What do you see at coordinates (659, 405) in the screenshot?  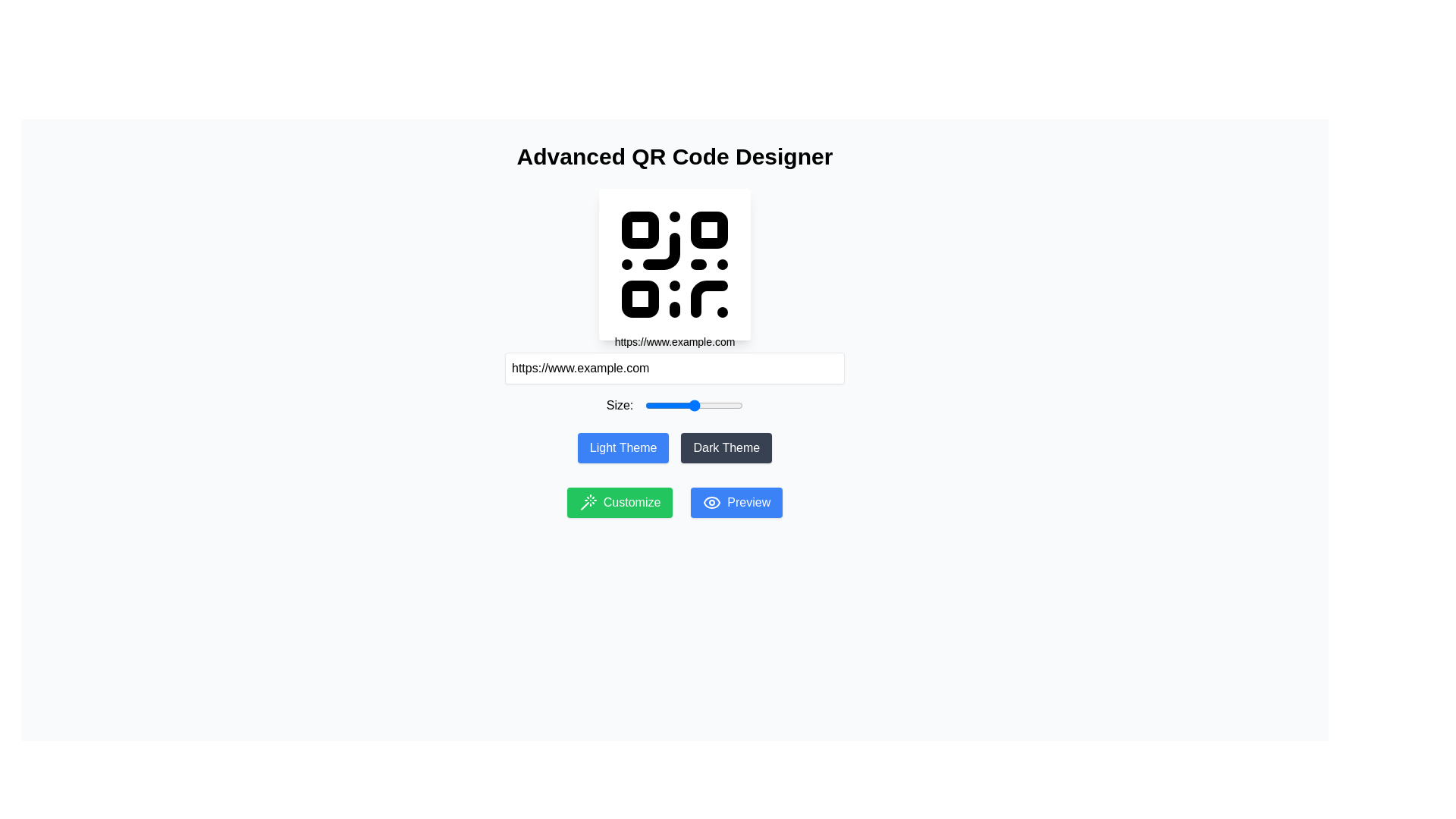 I see `the size value` at bounding box center [659, 405].